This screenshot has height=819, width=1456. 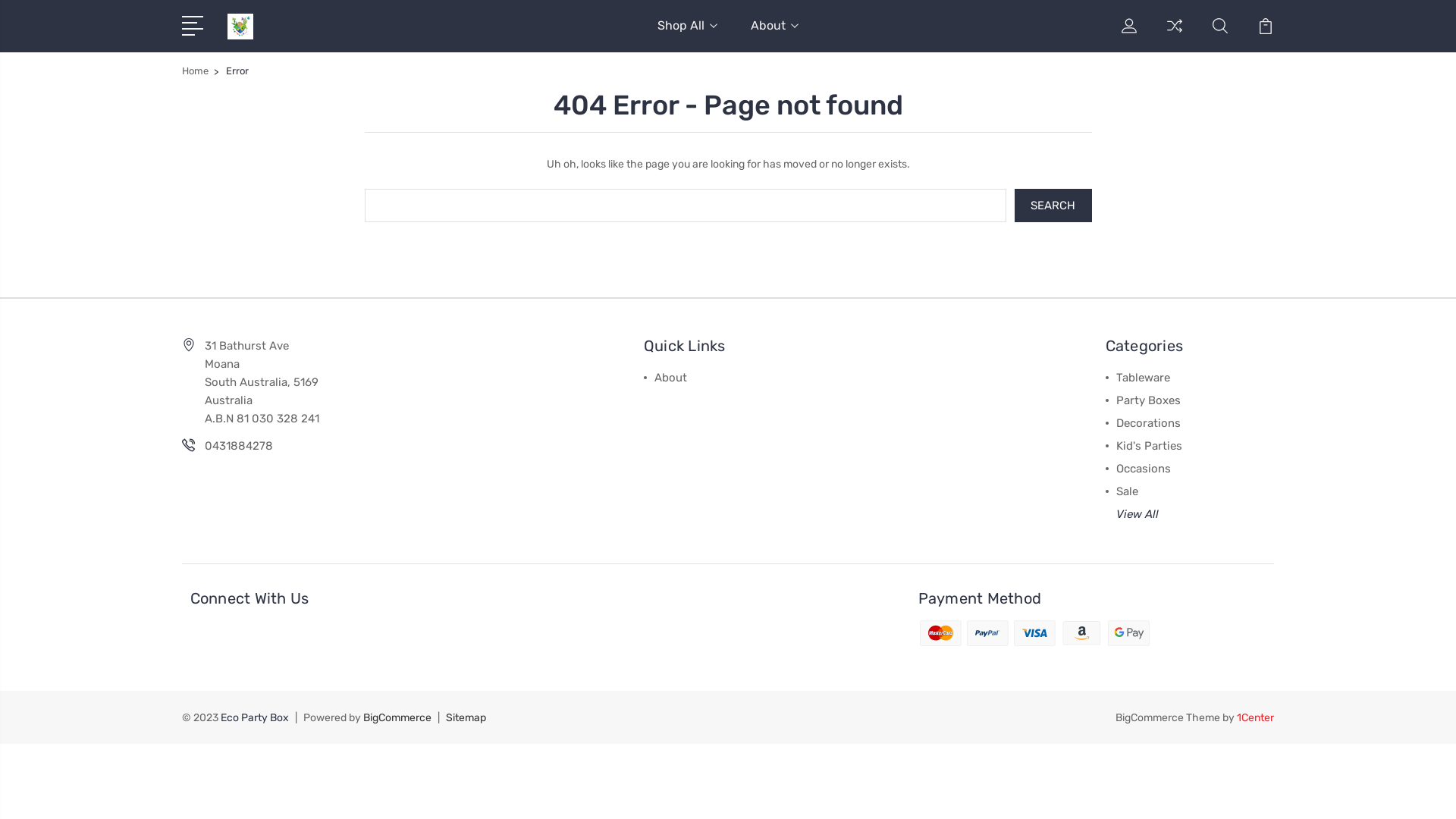 I want to click on 'Home', so click(x=194, y=71).